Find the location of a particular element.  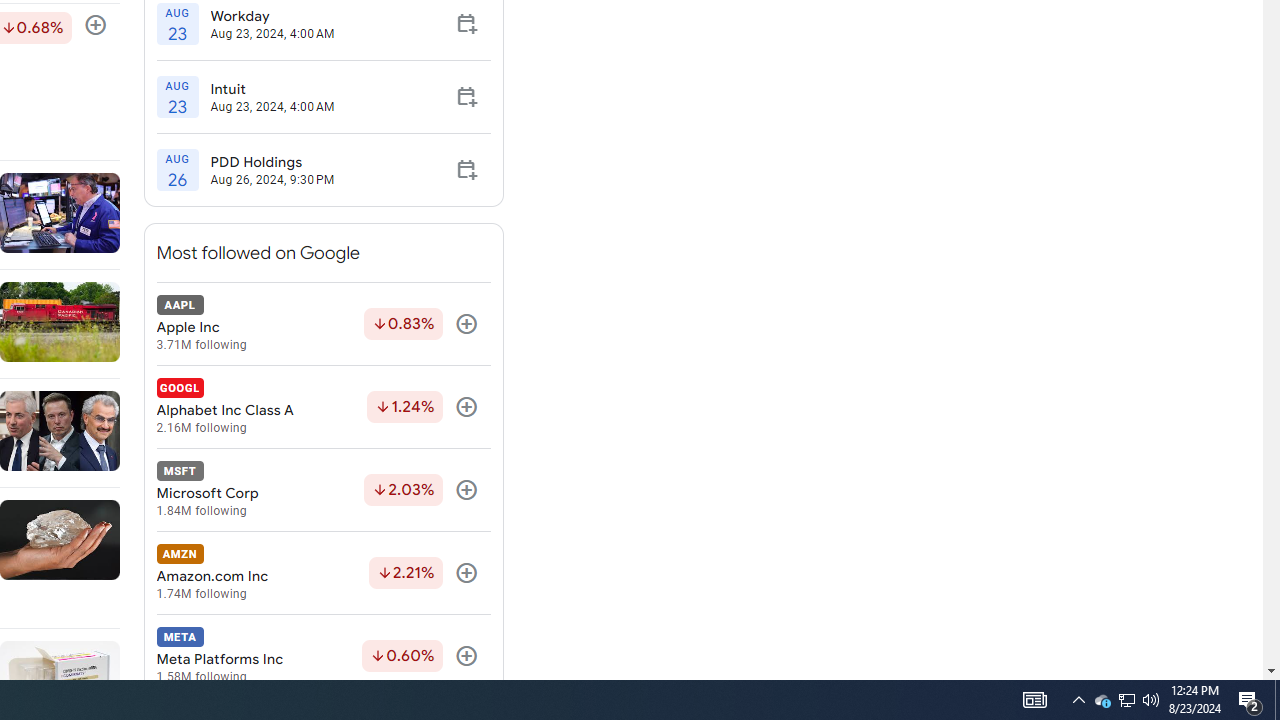

'PDD Holdings' is located at coordinates (271, 161).